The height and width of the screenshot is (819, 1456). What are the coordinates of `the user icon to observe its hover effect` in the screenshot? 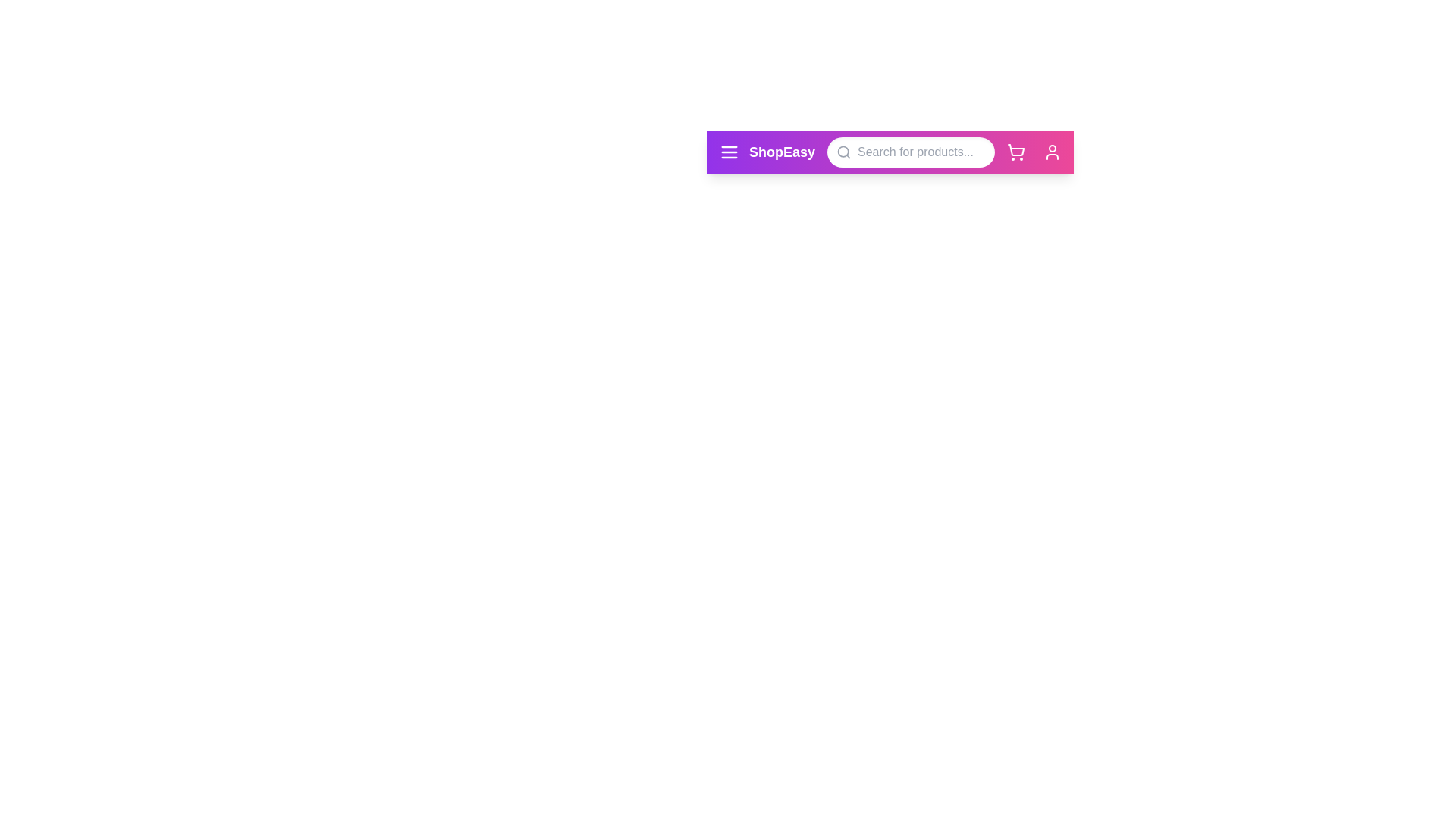 It's located at (1051, 152).